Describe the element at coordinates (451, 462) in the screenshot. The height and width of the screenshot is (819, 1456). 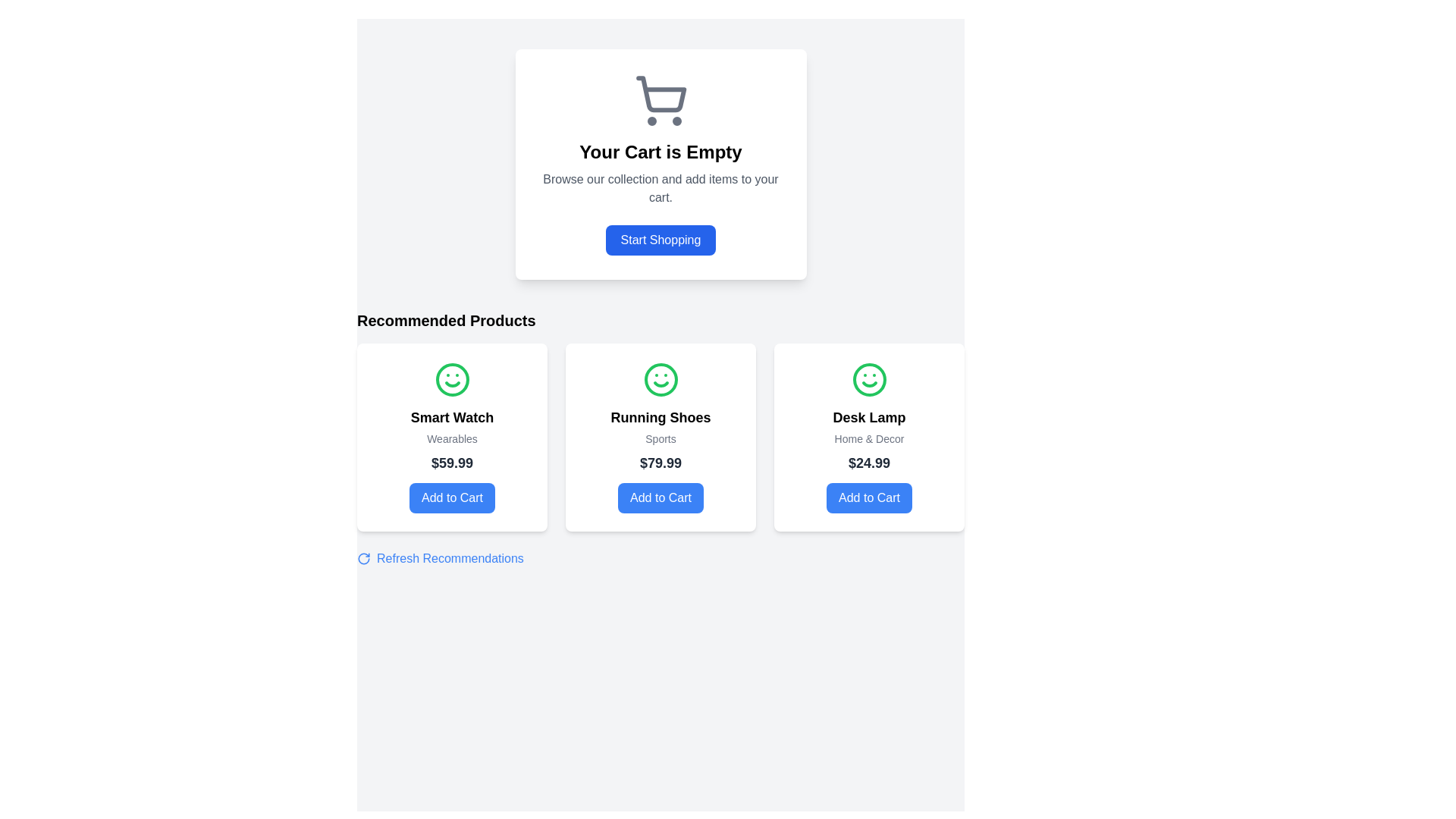
I see `the text label displaying the price '$59.99' for the product 'Smart Watch' in the 'Recommended Products' section` at that location.